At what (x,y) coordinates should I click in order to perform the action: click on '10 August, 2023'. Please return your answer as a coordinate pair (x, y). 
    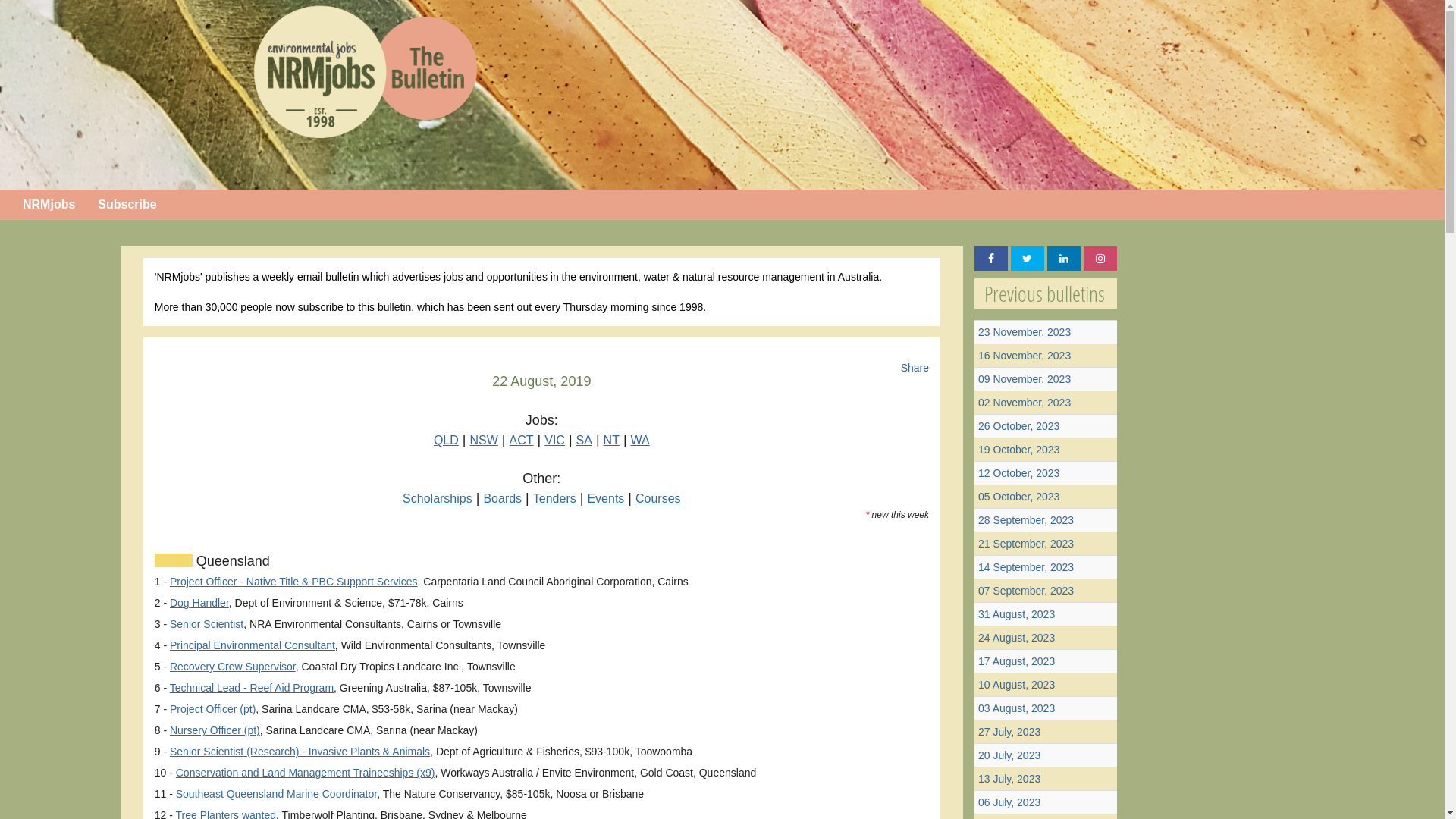
    Looking at the image, I should click on (978, 684).